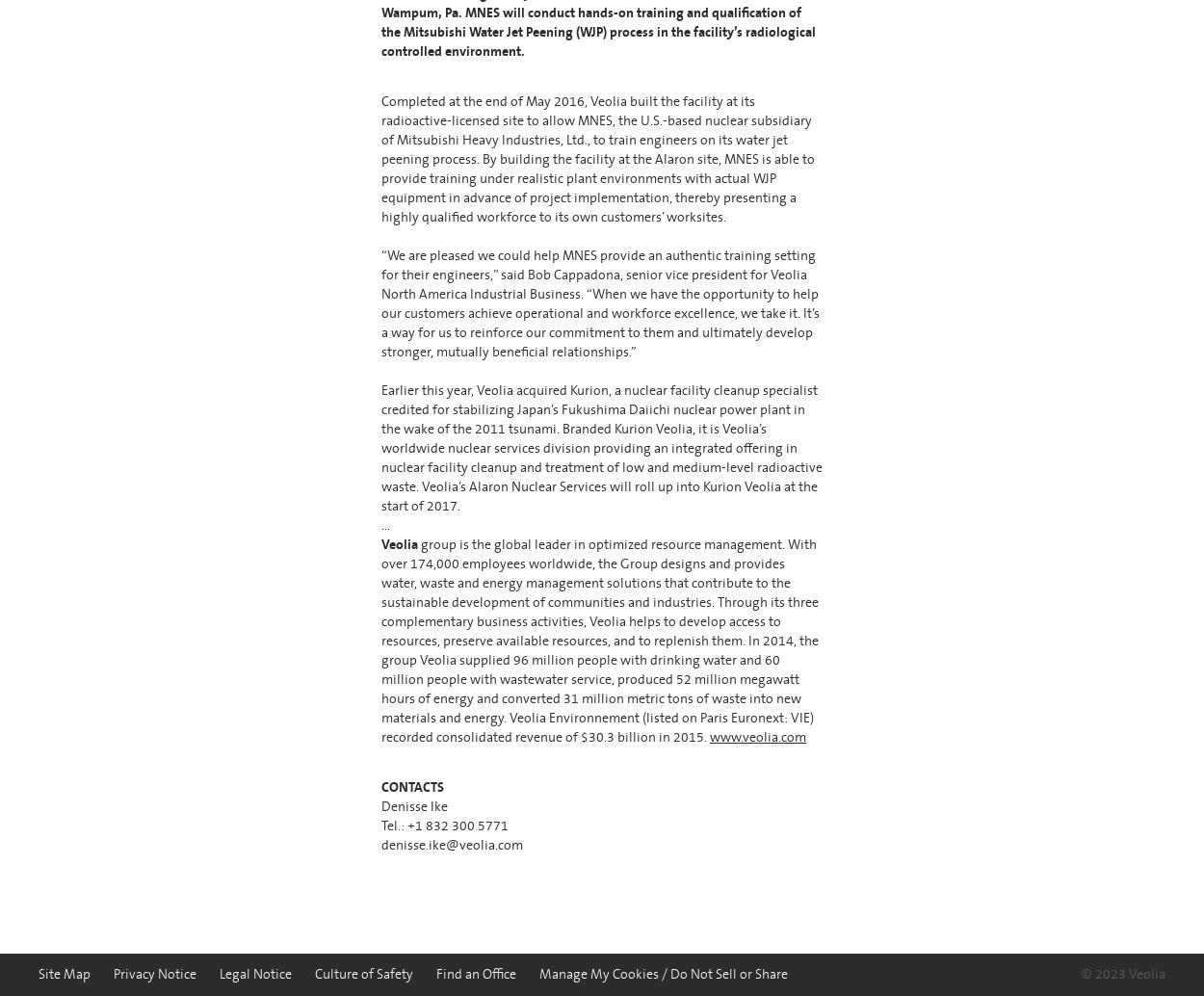 The image size is (1204, 996). Describe the element at coordinates (381, 844) in the screenshot. I see `'denisse.ike@veolia.com'` at that location.